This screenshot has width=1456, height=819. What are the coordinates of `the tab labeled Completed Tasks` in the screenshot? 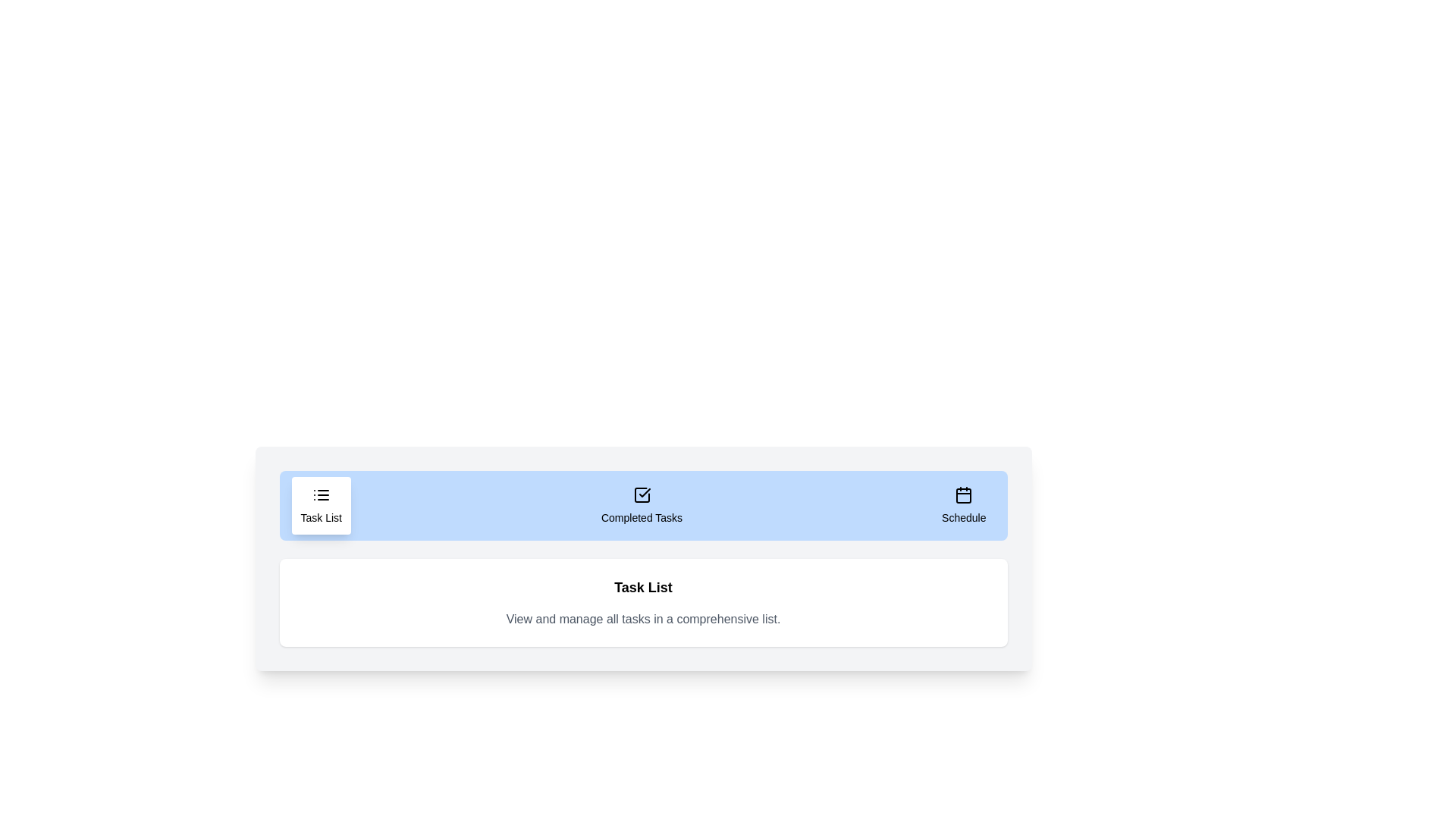 It's located at (641, 506).